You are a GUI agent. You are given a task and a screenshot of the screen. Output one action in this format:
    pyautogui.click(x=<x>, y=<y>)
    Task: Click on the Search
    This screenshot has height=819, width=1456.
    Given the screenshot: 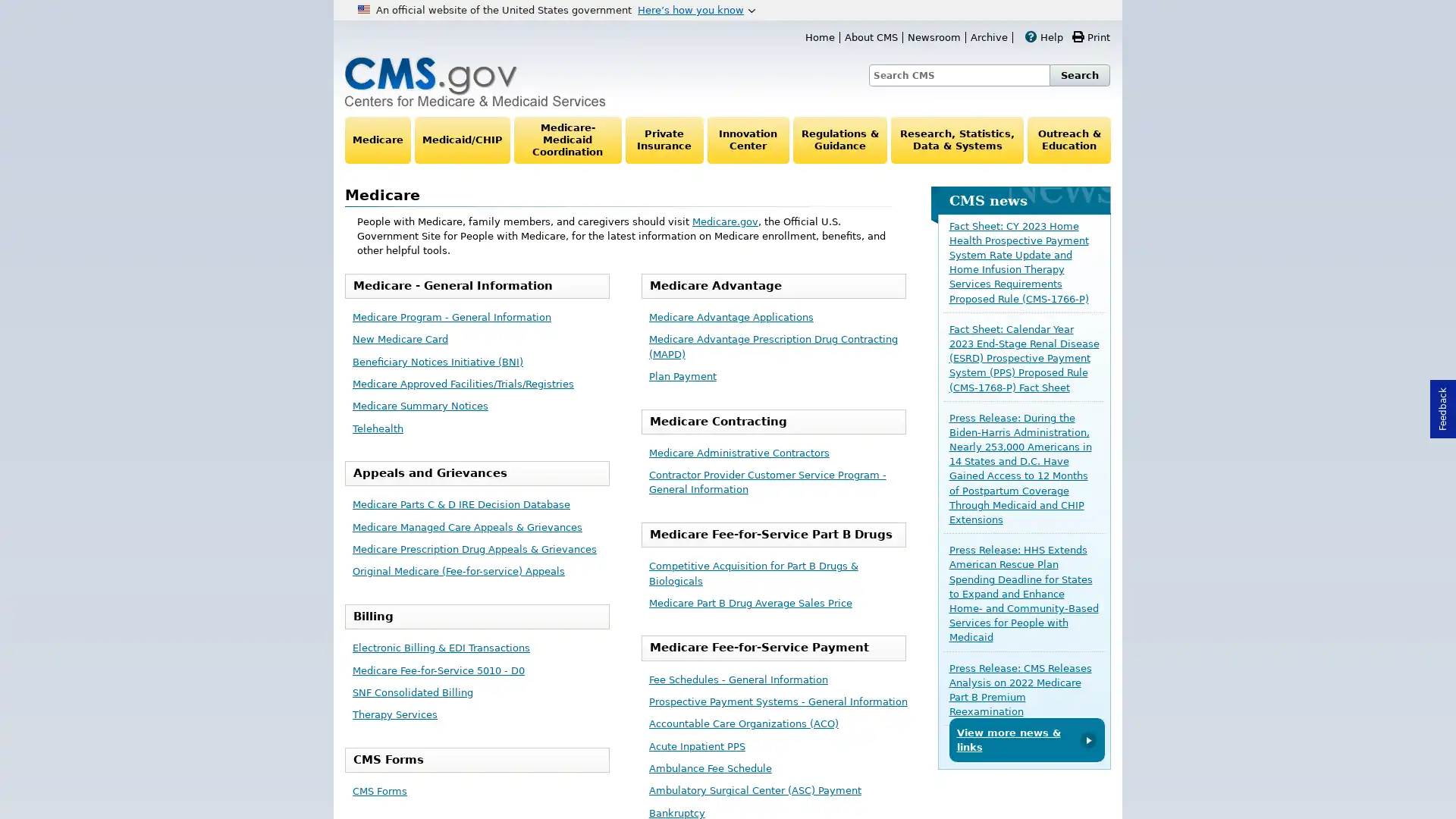 What is the action you would take?
    pyautogui.click(x=1079, y=75)
    